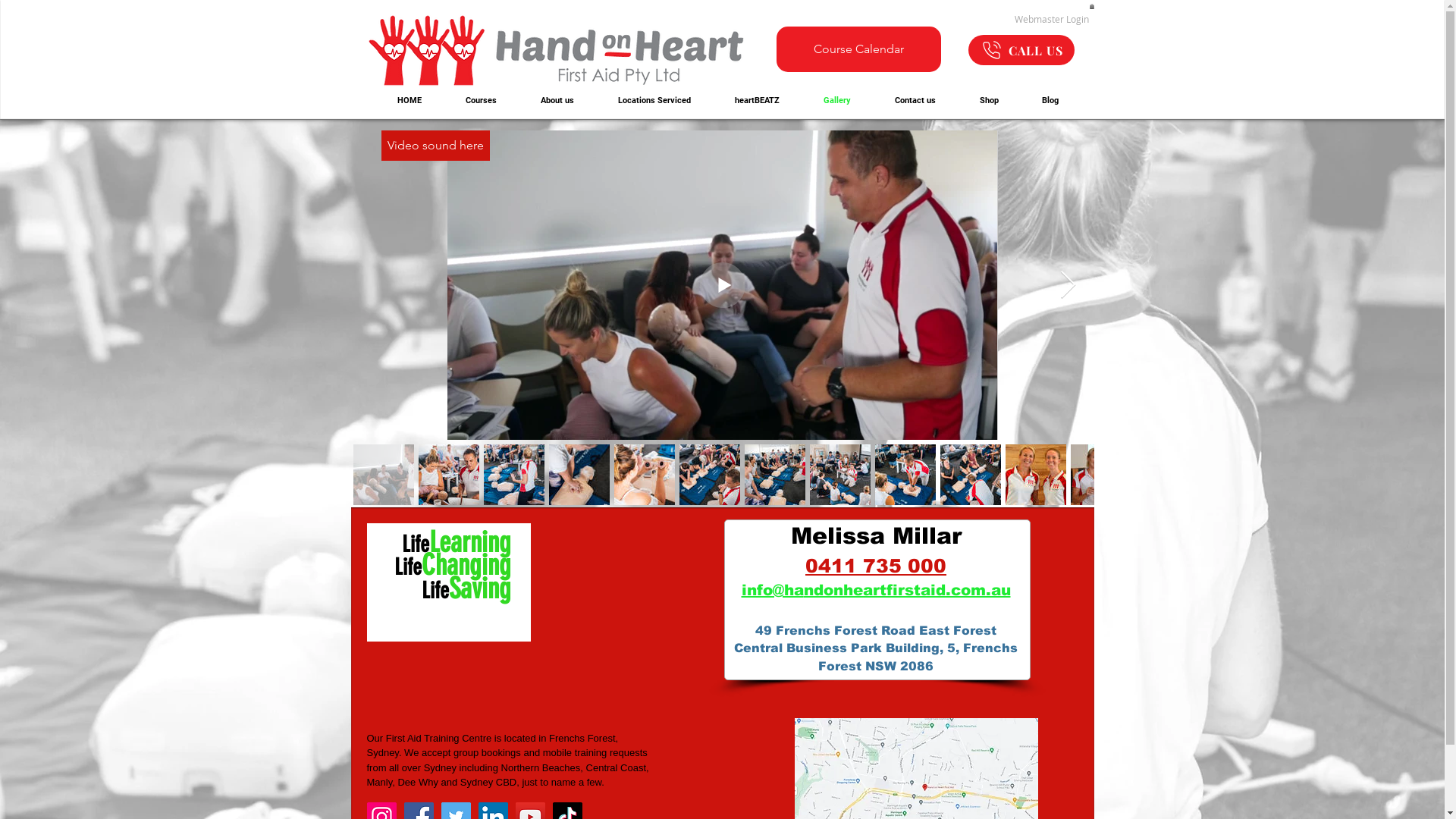 The width and height of the screenshot is (1456, 819). What do you see at coordinates (654, 100) in the screenshot?
I see `'Locations Serviced'` at bounding box center [654, 100].